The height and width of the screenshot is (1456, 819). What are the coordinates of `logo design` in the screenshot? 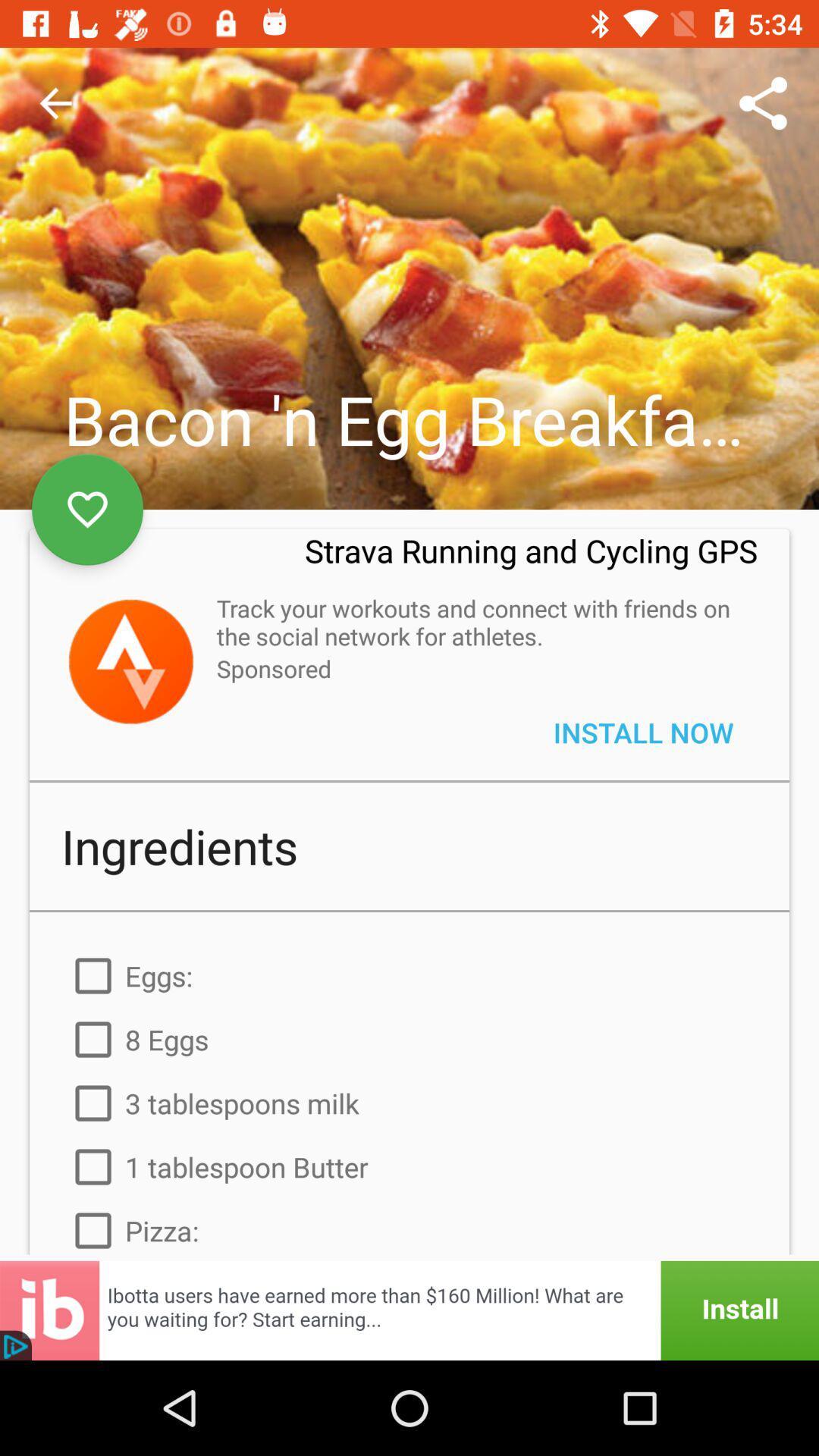 It's located at (130, 661).